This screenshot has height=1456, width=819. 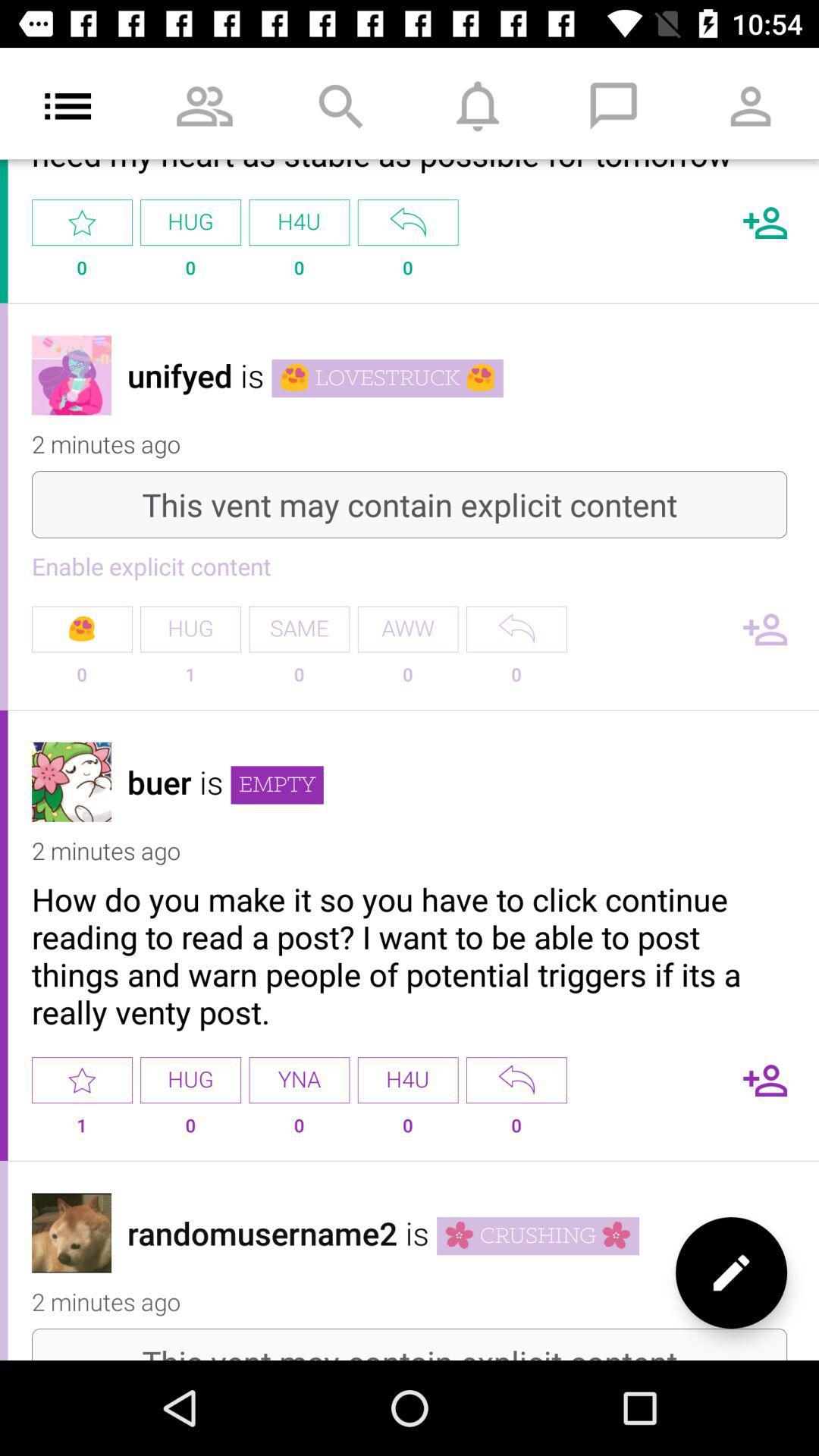 I want to click on the item above the 2 minutes ago, so click(x=537, y=1236).